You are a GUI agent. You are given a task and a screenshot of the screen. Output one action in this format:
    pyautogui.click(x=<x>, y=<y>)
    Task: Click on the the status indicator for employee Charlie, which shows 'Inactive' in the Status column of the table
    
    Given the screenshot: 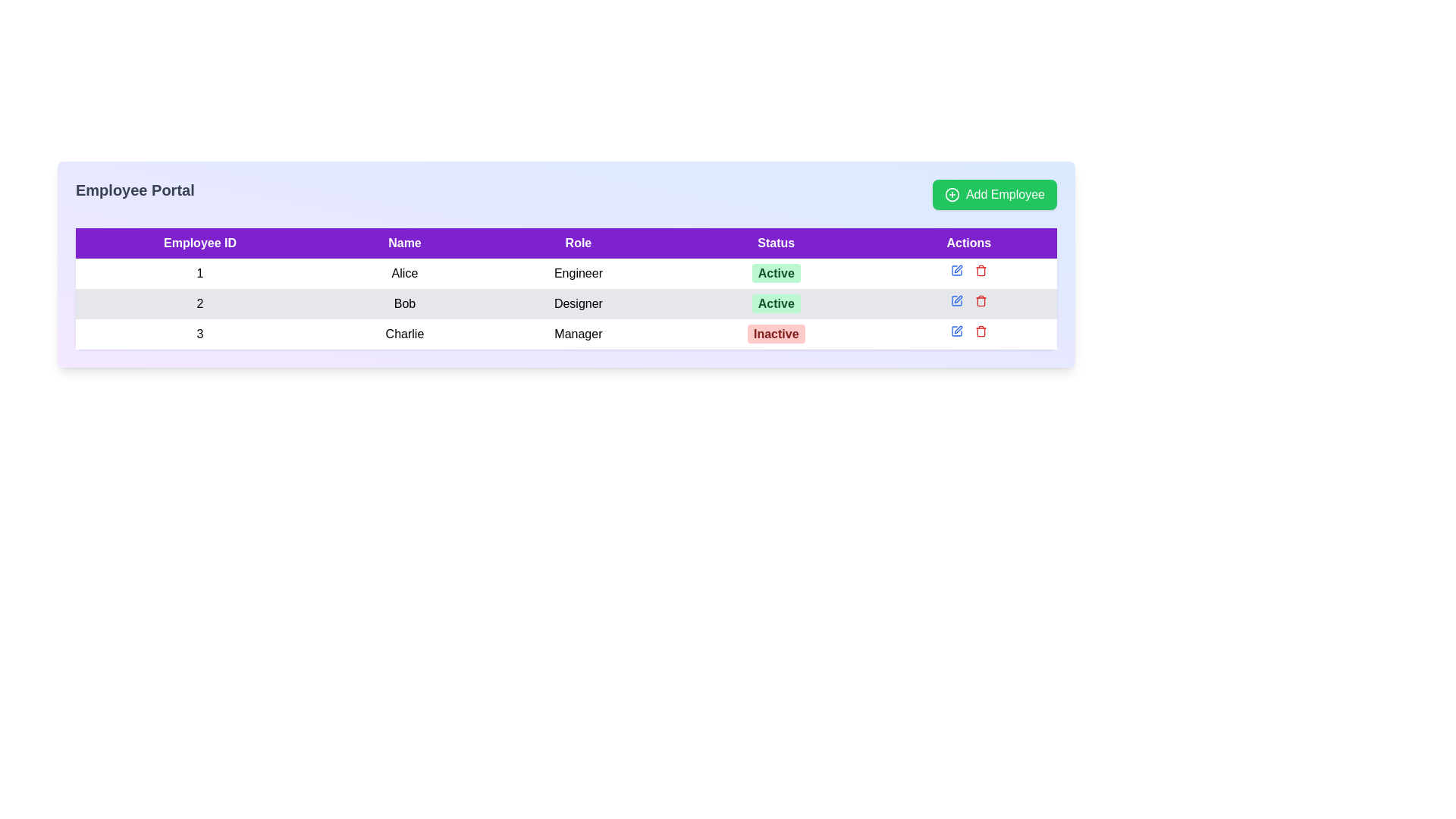 What is the action you would take?
    pyautogui.click(x=776, y=333)
    